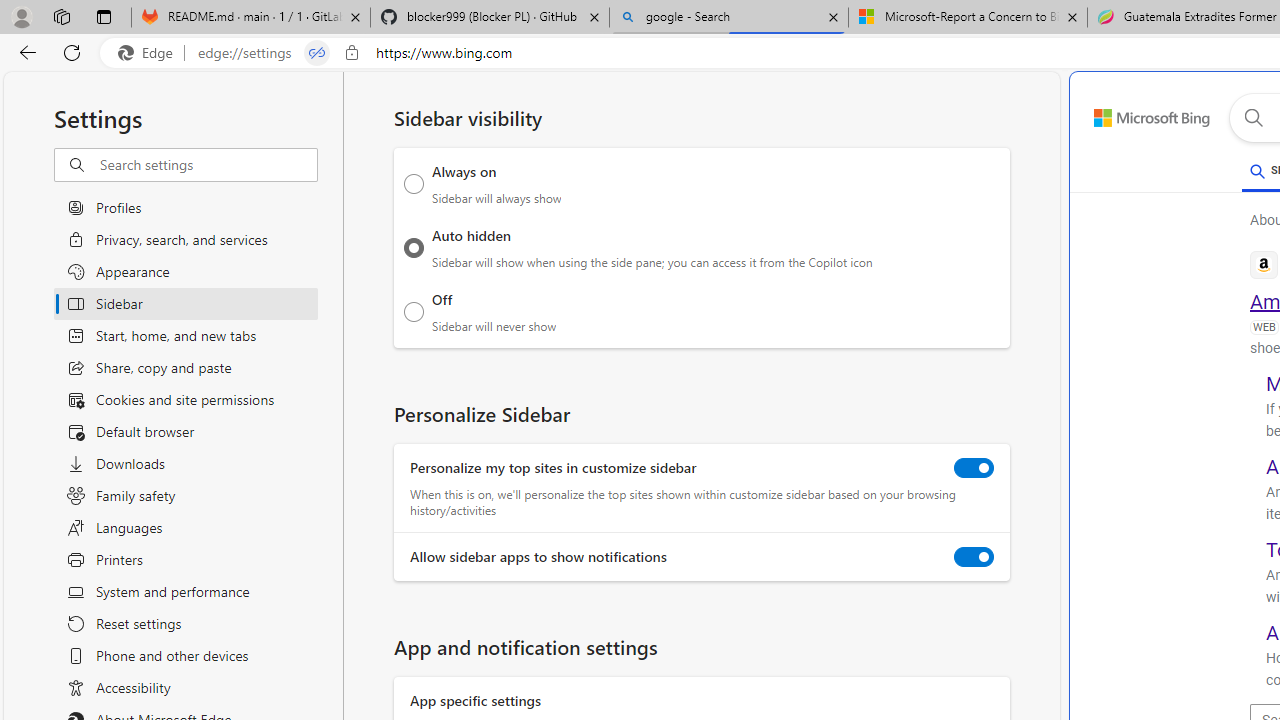 The height and width of the screenshot is (720, 1280). I want to click on 'Tab actions menu', so click(103, 16).